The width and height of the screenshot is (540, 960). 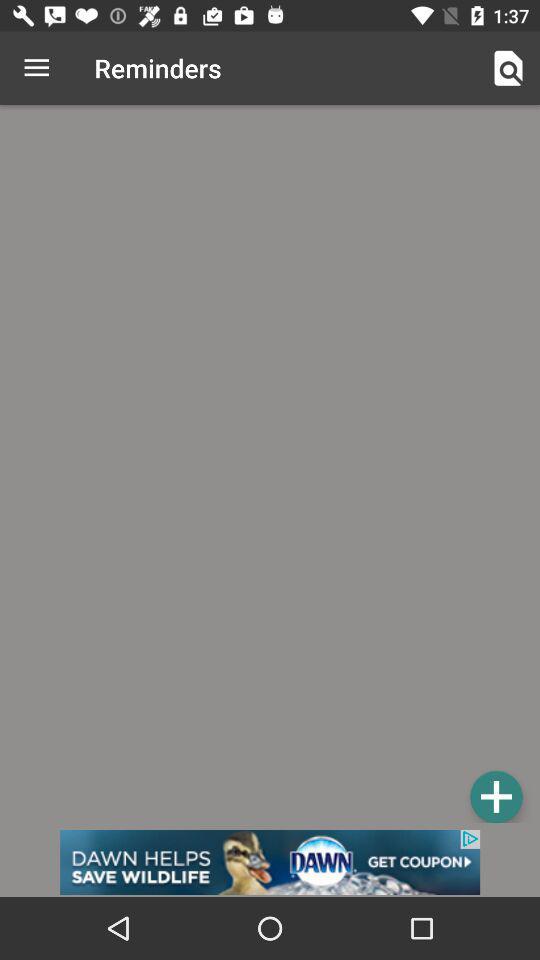 What do you see at coordinates (495, 796) in the screenshot?
I see `more` at bounding box center [495, 796].